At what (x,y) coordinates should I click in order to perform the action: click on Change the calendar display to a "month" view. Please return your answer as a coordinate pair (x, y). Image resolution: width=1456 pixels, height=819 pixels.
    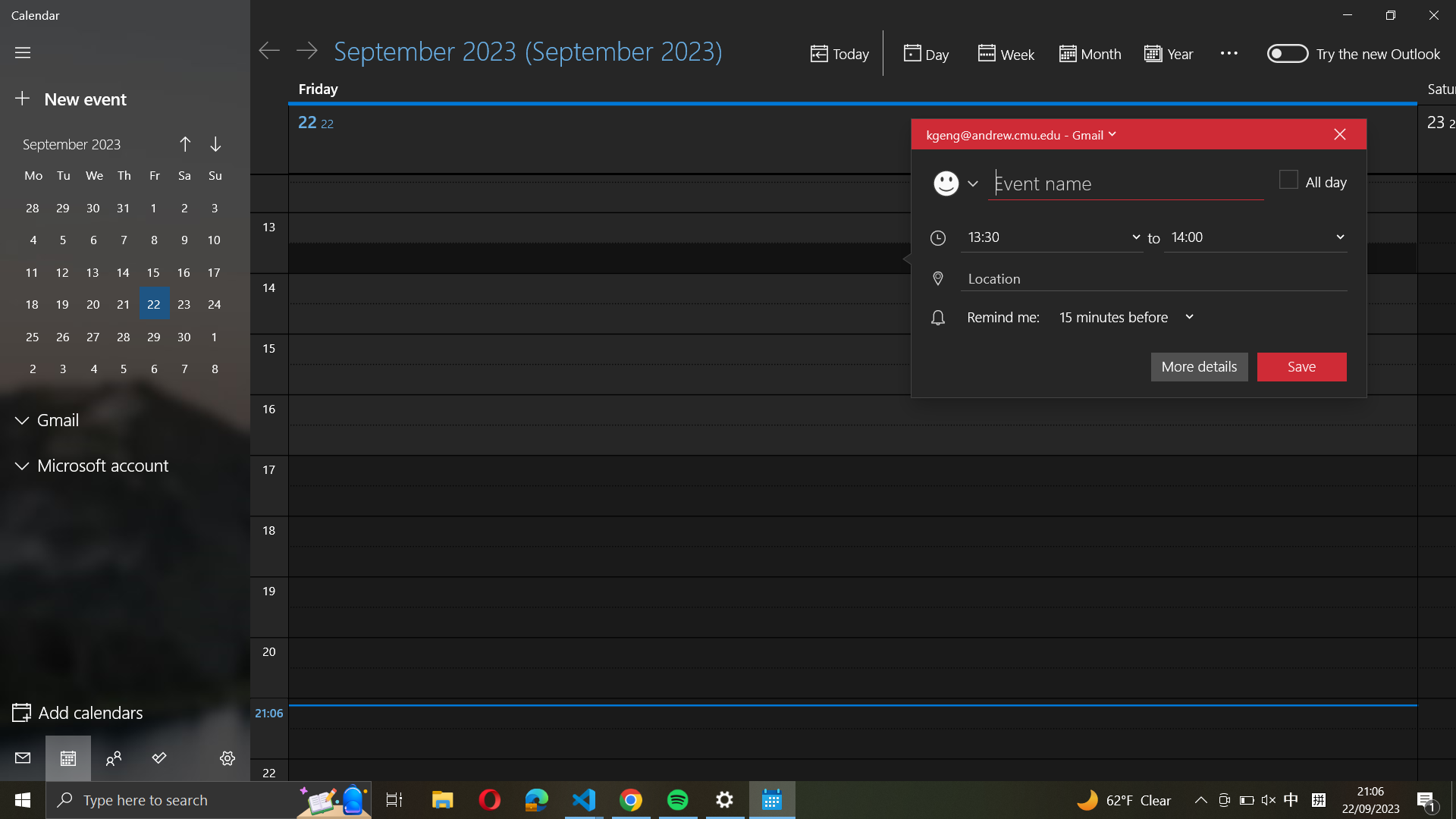
    Looking at the image, I should click on (1087, 54).